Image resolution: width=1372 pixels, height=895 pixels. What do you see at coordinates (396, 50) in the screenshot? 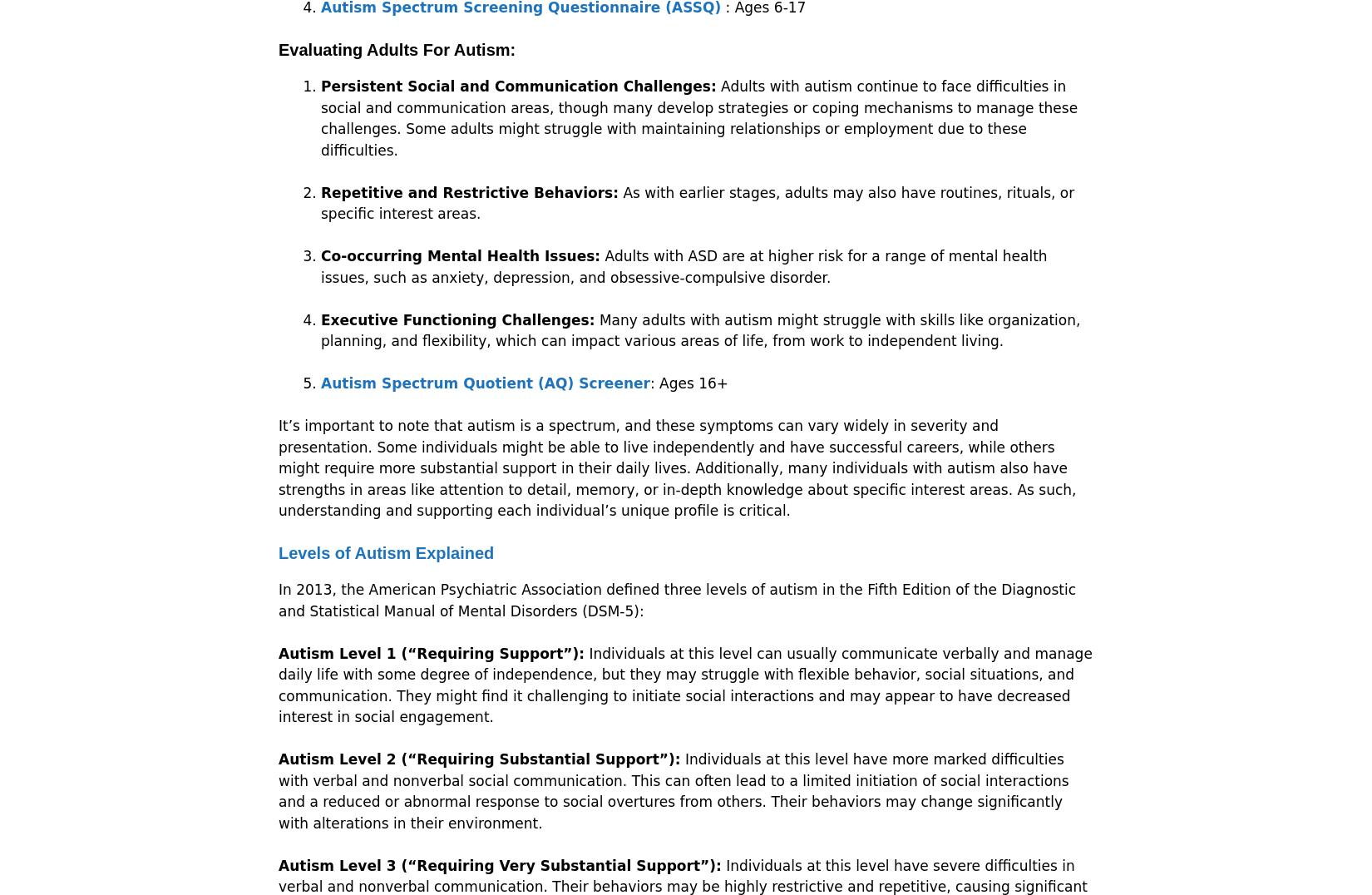
I see `'Evaluating Adults For Autism:'` at bounding box center [396, 50].